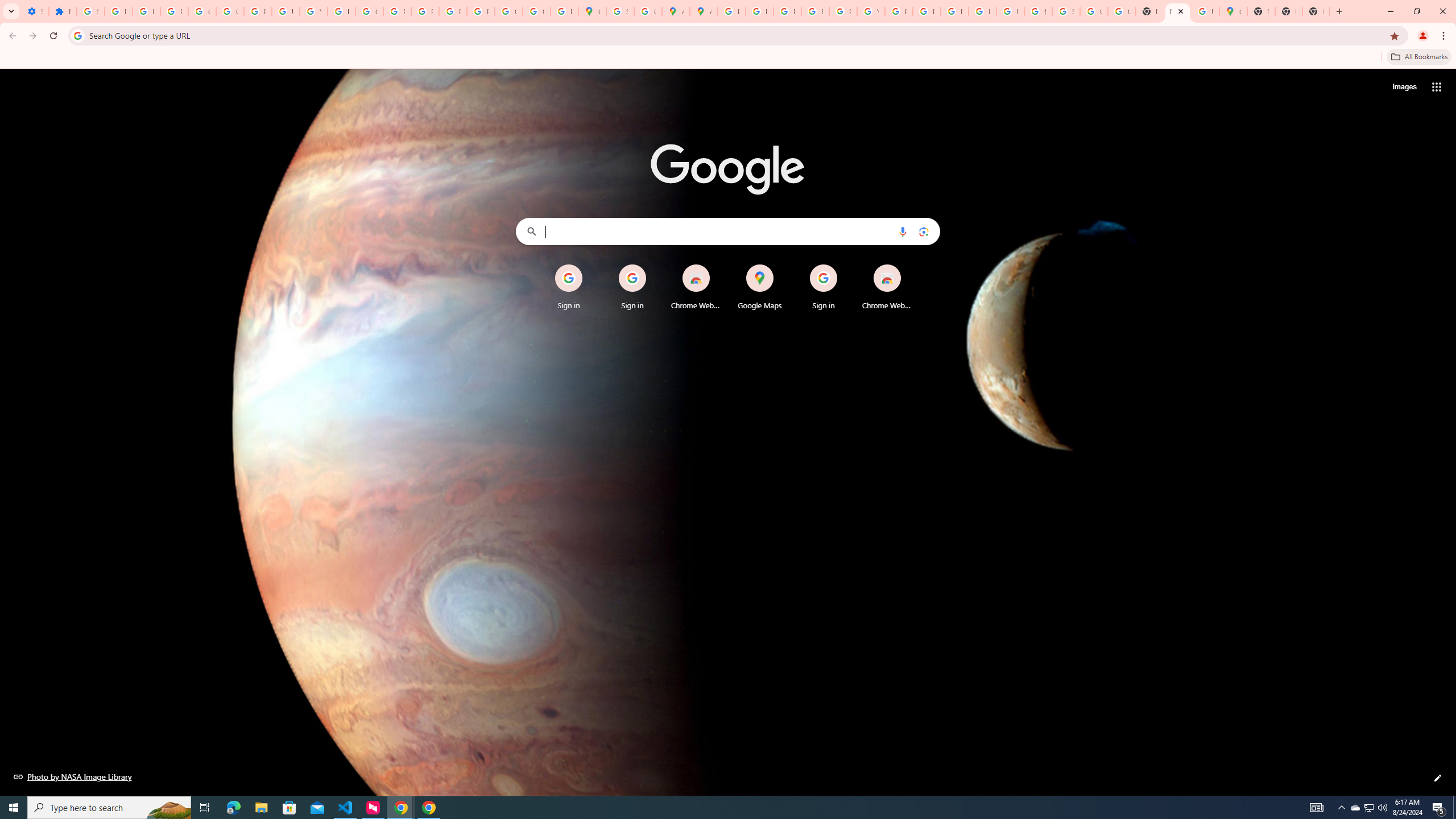 The image size is (1456, 819). What do you see at coordinates (1205, 11) in the screenshot?
I see `'Use Google Maps in Space - Google Maps Help'` at bounding box center [1205, 11].